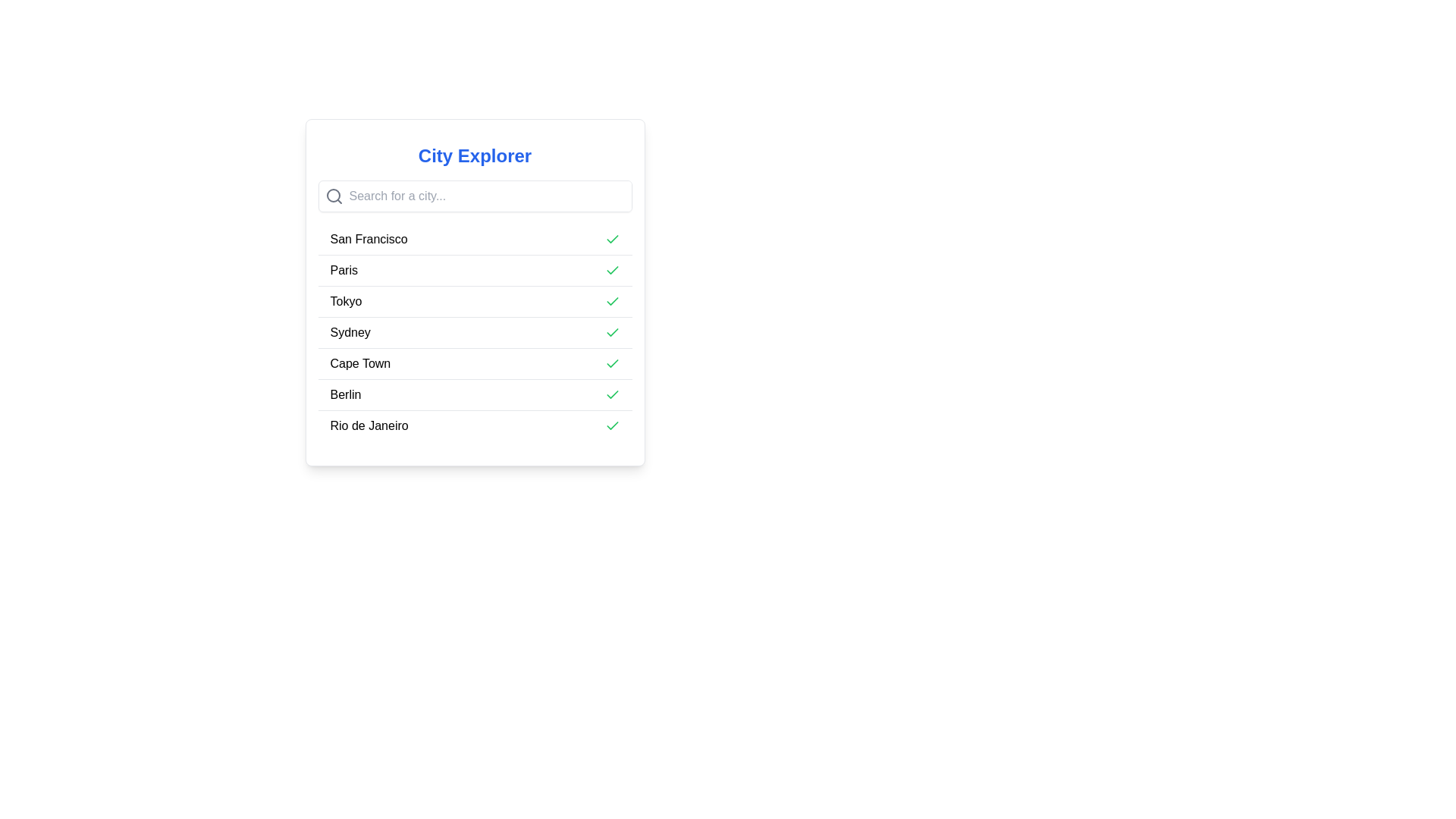 The width and height of the screenshot is (1456, 819). I want to click on the third list item labeled 'Tokyo', so click(474, 292).